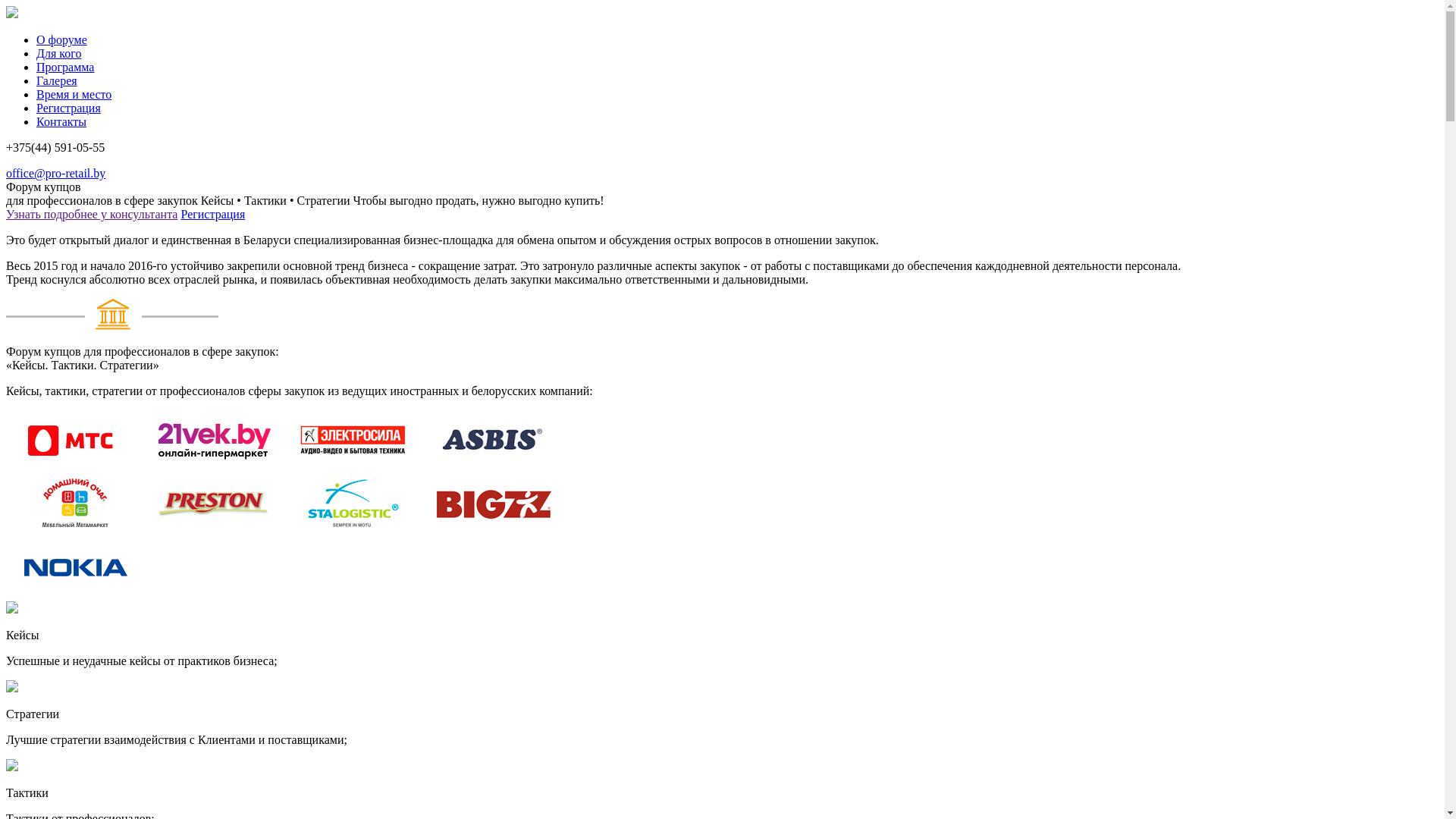 The image size is (1456, 819). Describe the element at coordinates (6, 172) in the screenshot. I see `'office@pro-retail.by'` at that location.